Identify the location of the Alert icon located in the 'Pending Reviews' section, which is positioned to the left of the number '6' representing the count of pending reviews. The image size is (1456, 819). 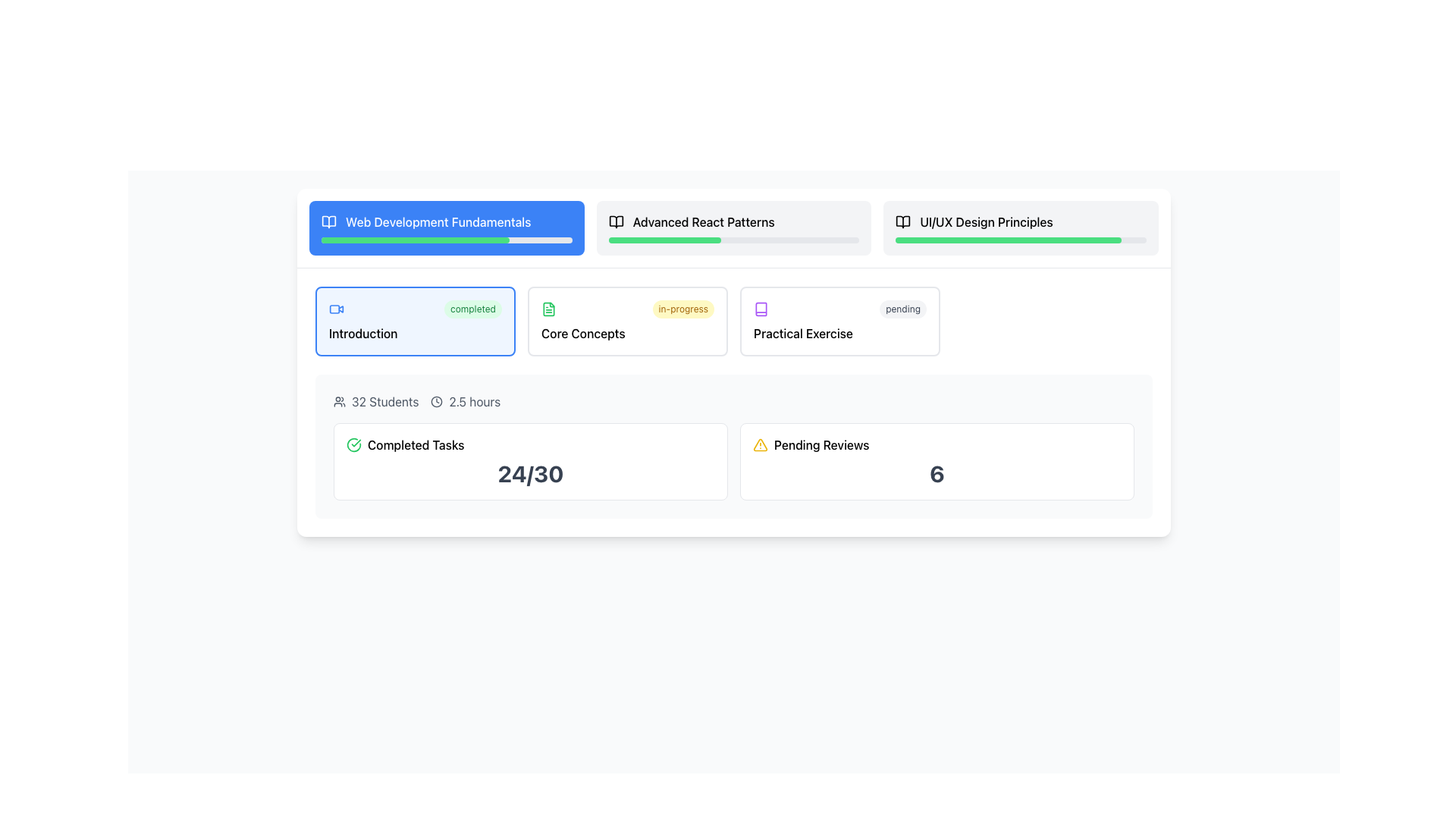
(761, 444).